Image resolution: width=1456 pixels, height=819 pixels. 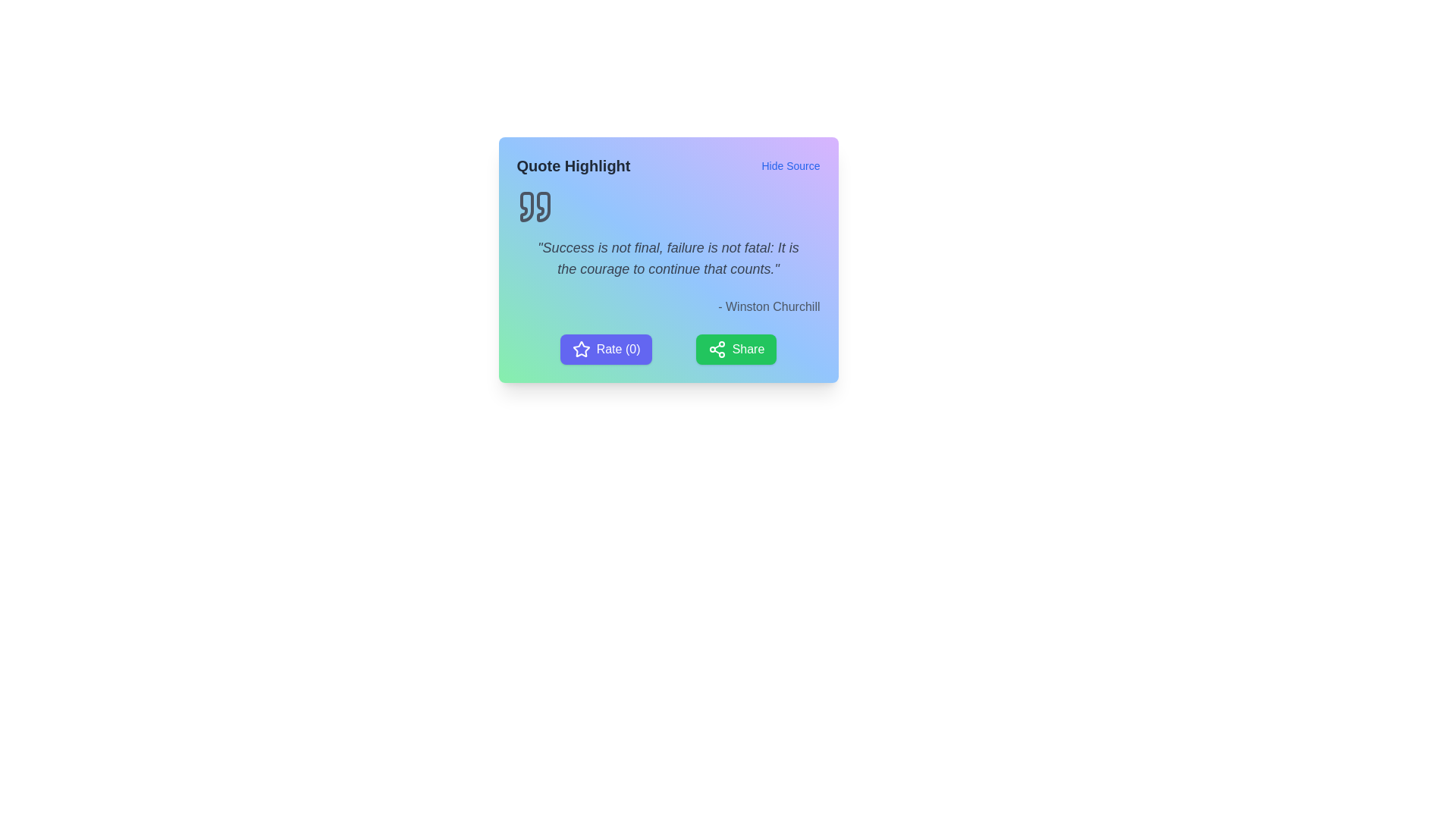 I want to click on the share icon, which is a vector graphic with three small circles connected by diagonal lines, located within the green 'Share' button in the lower right section of the card interface, so click(x=716, y=350).